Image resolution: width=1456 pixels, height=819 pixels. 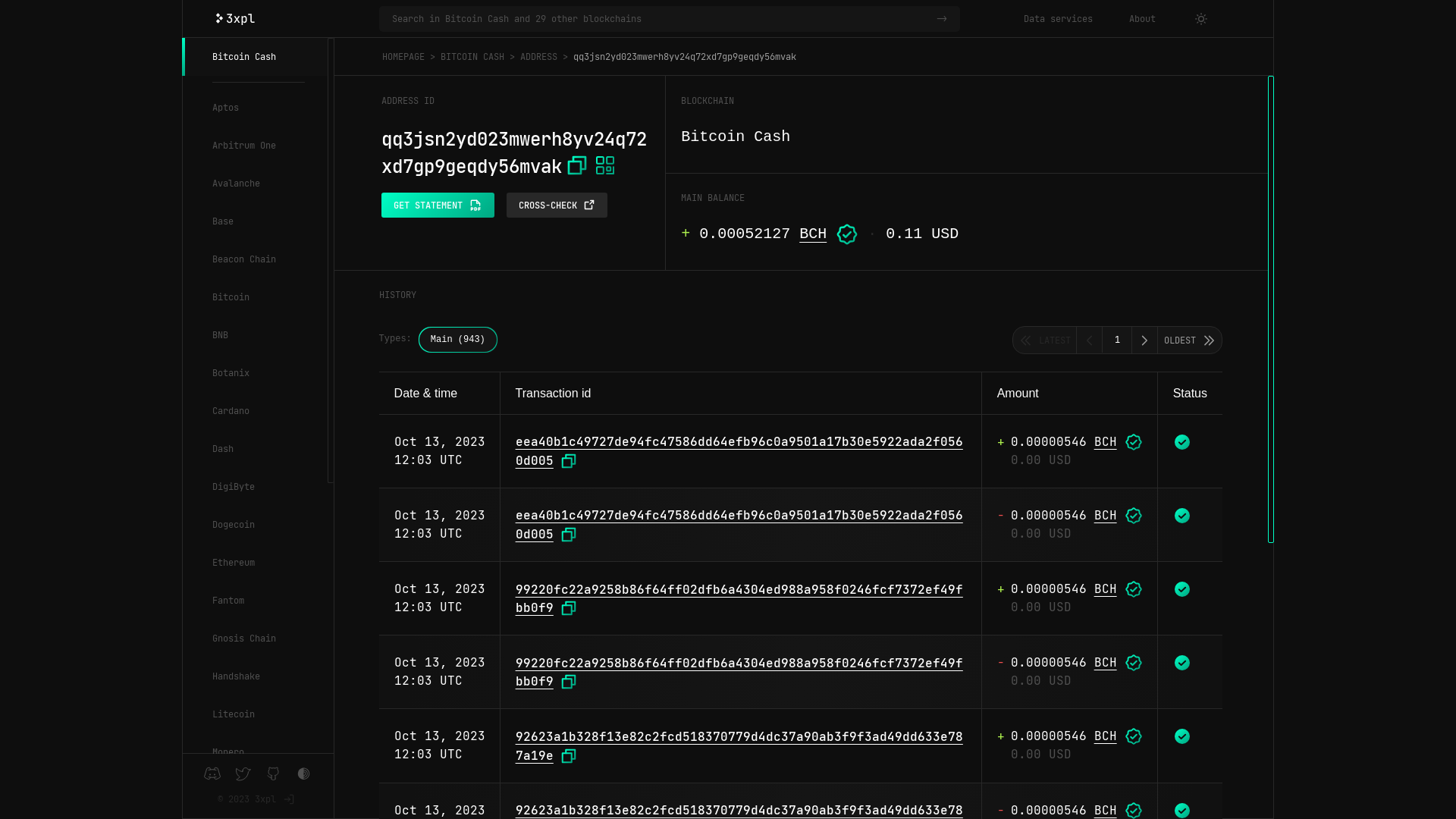 I want to click on 'Beacon Chain', so click(x=255, y=259).